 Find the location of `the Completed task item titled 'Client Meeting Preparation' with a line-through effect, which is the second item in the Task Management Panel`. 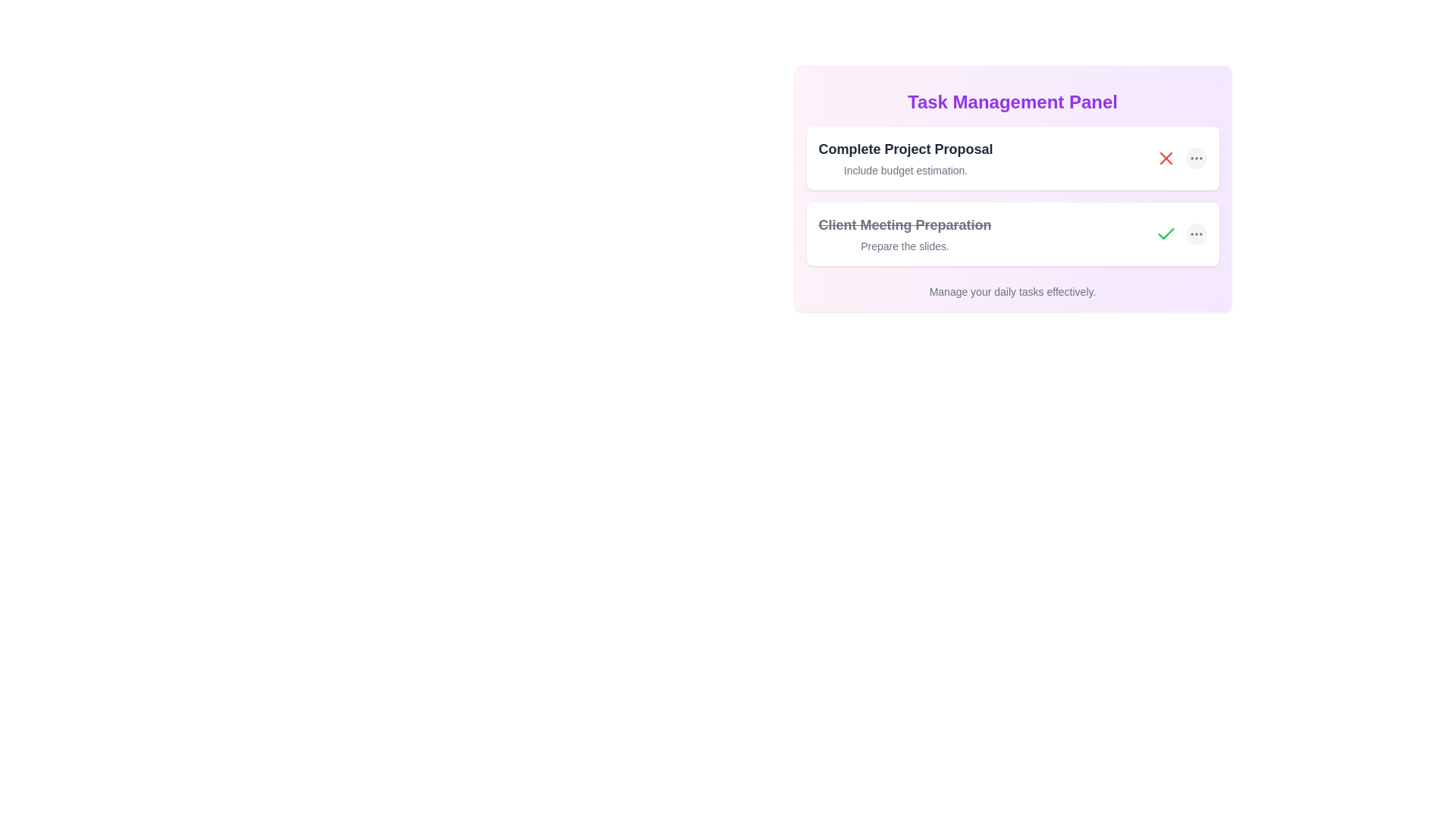

the Completed task item titled 'Client Meeting Preparation' with a line-through effect, which is the second item in the Task Management Panel is located at coordinates (905, 234).